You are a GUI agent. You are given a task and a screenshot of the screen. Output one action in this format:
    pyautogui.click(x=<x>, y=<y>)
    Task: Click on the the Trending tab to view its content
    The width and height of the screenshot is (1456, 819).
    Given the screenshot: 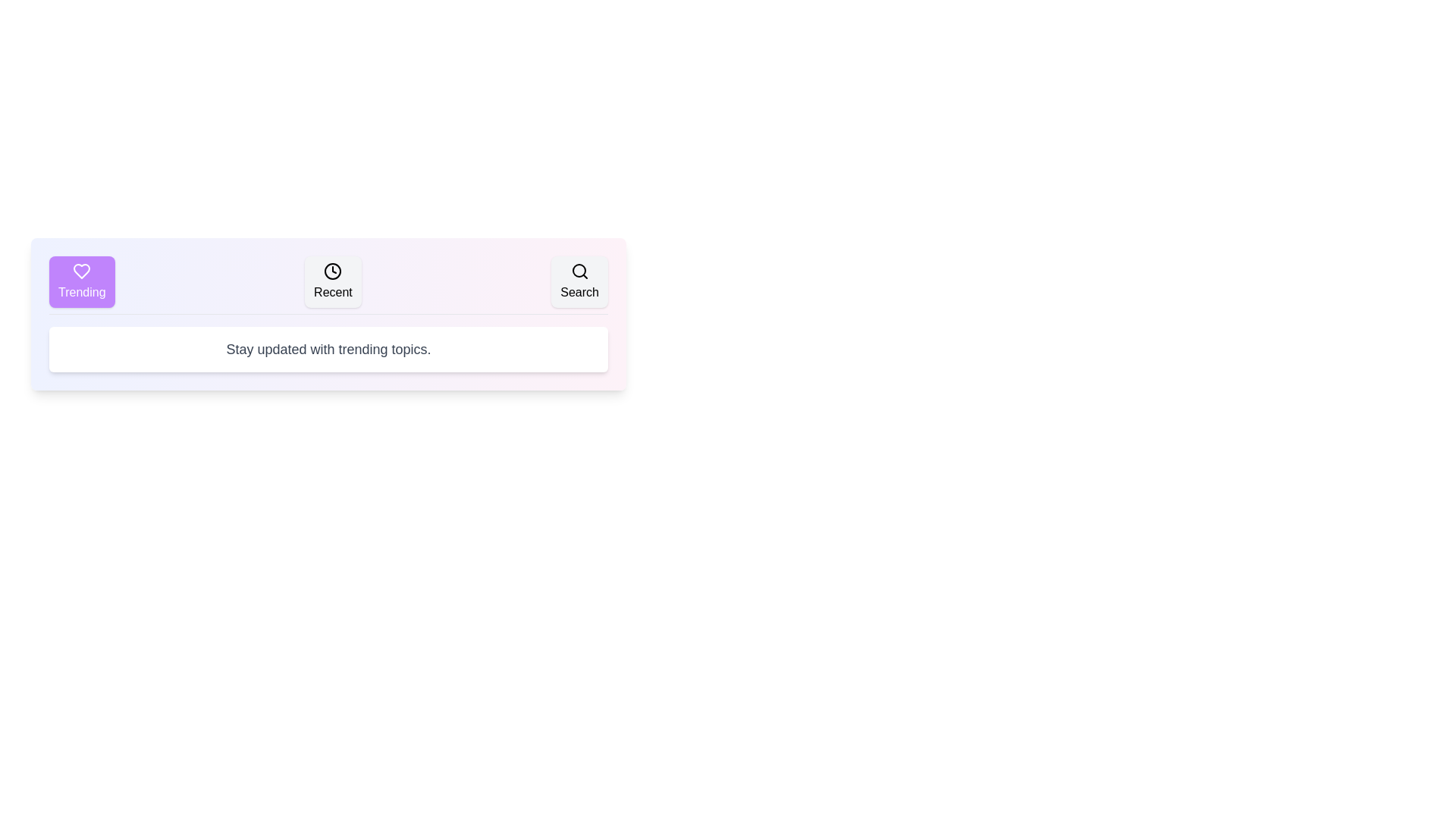 What is the action you would take?
    pyautogui.click(x=81, y=281)
    